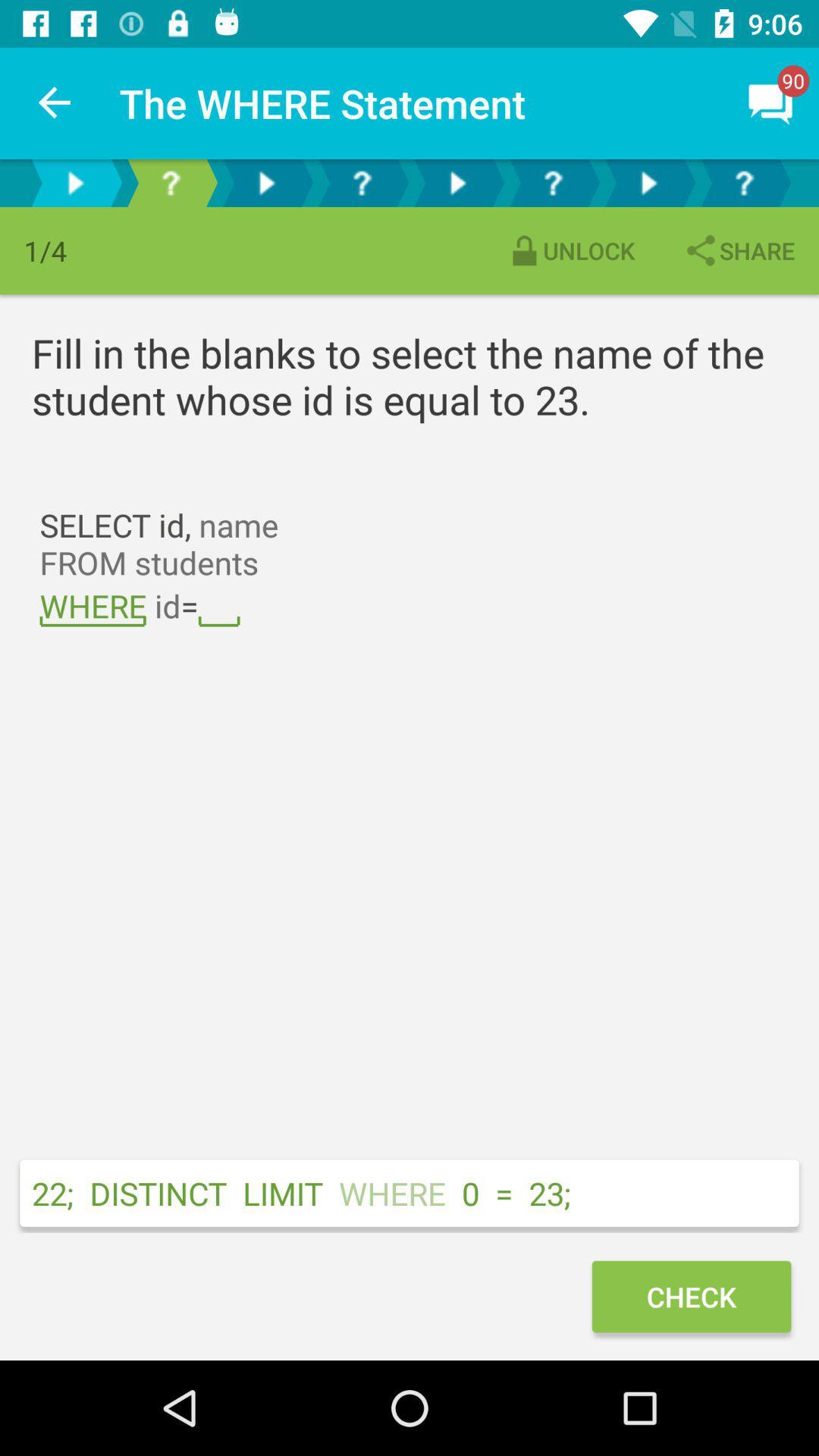  What do you see at coordinates (742, 182) in the screenshot?
I see `a asked for help function` at bounding box center [742, 182].